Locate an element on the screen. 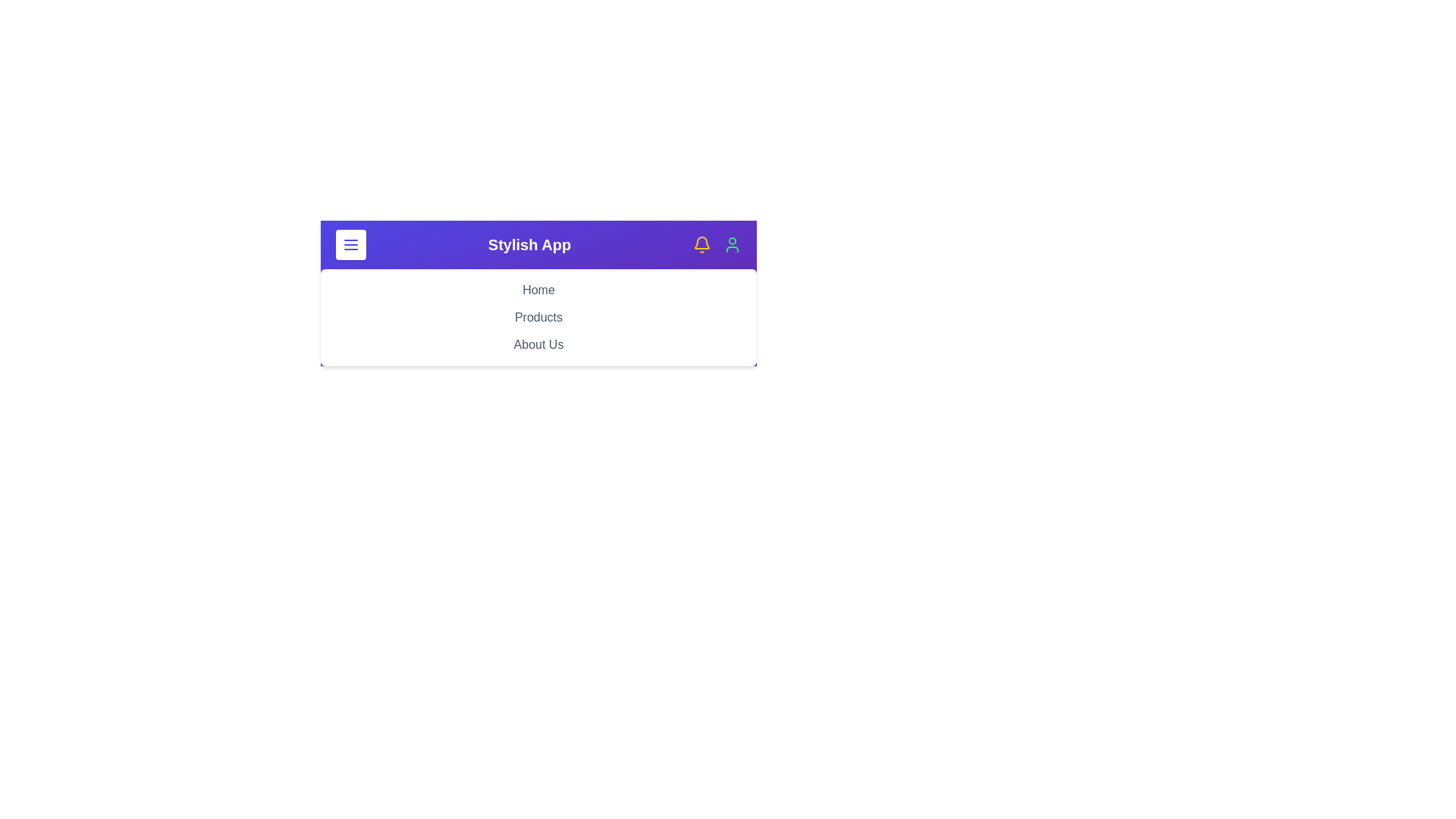  the header text 'Stylish App' to interact with it is located at coordinates (529, 244).